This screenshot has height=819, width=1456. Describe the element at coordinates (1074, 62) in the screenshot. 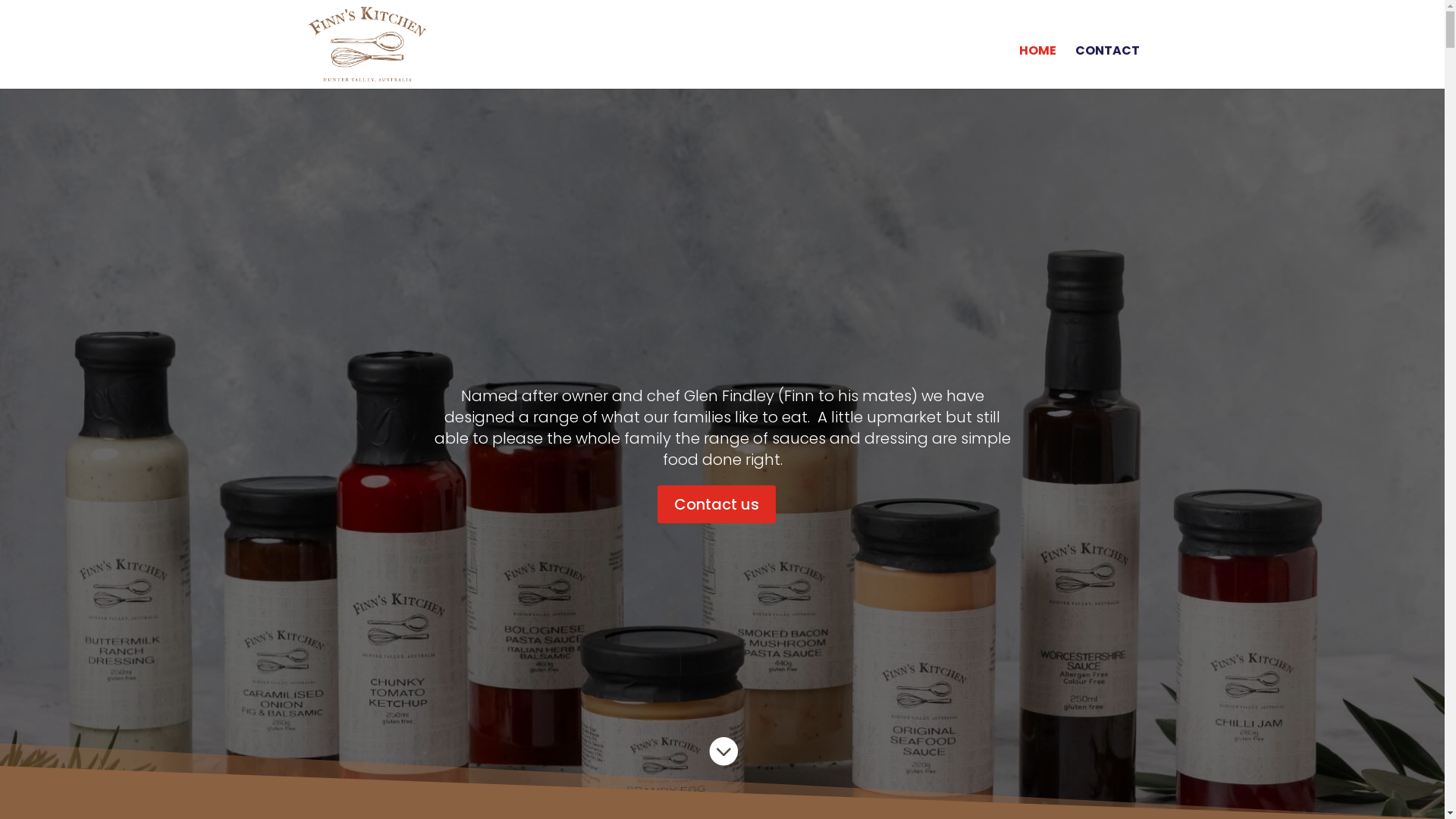

I see `'CONTACT'` at that location.